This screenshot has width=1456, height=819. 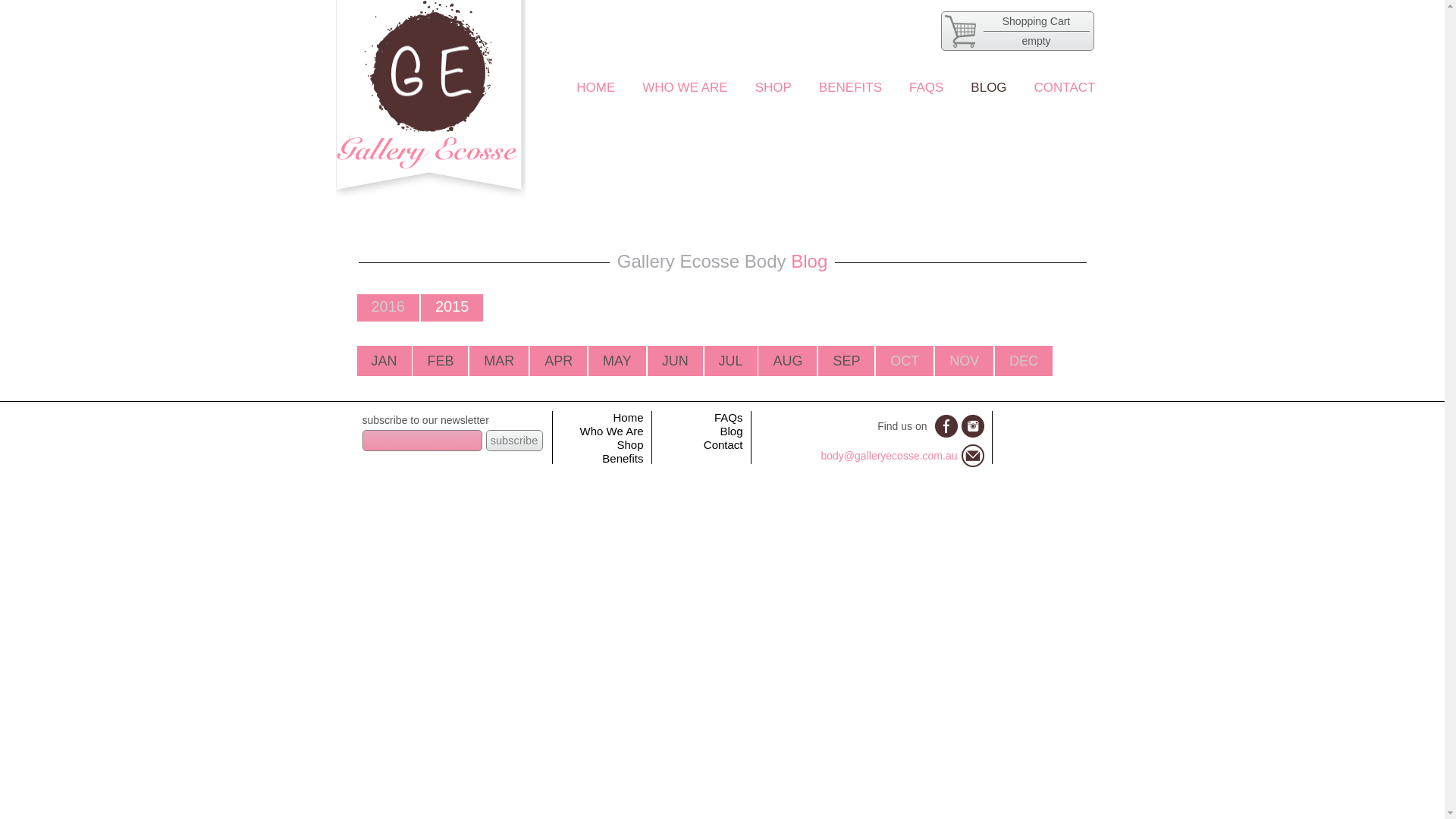 I want to click on 'JUN', so click(x=674, y=360).